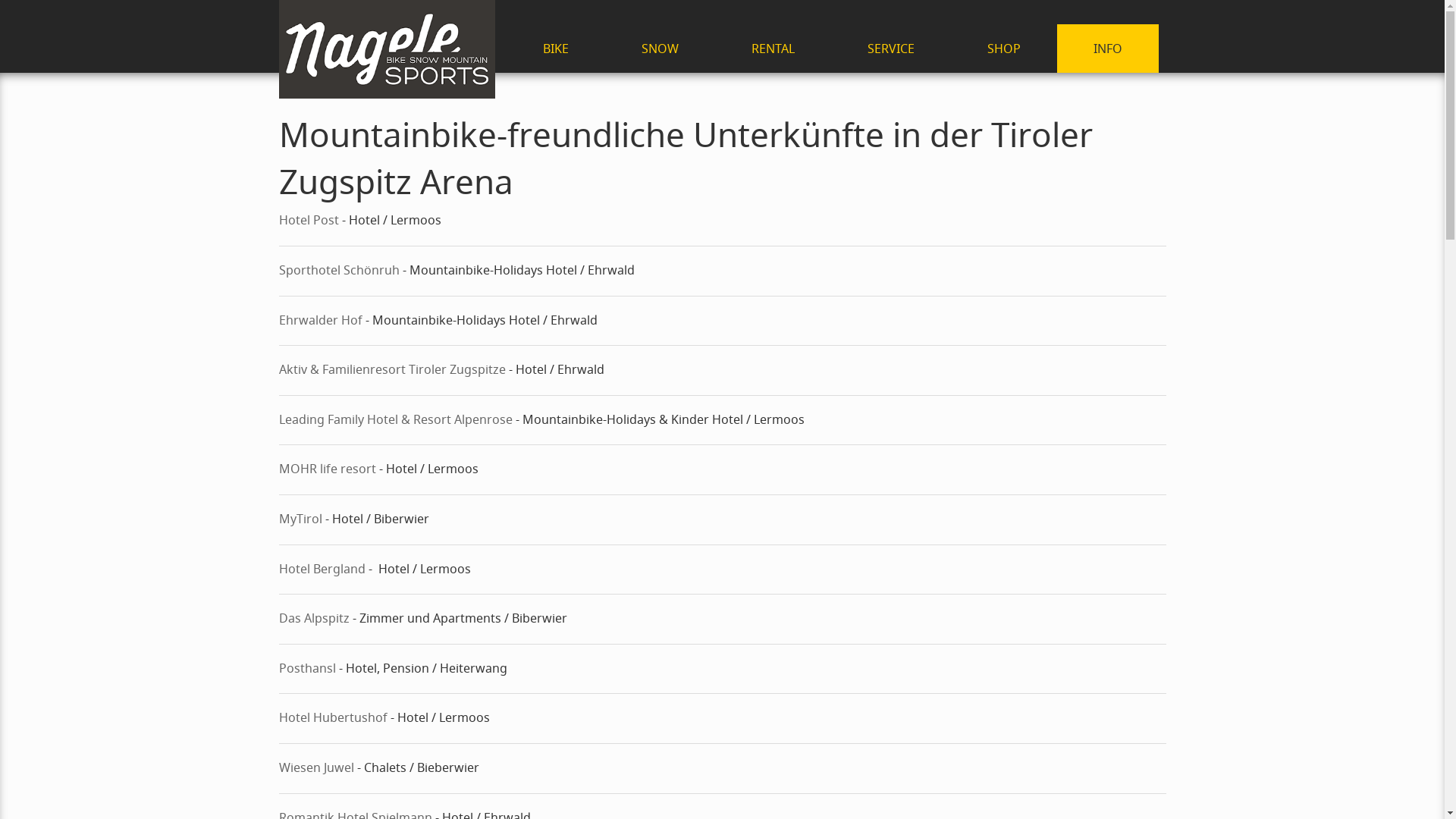  What do you see at coordinates (315, 617) in the screenshot?
I see `'Das Alpspitz'` at bounding box center [315, 617].